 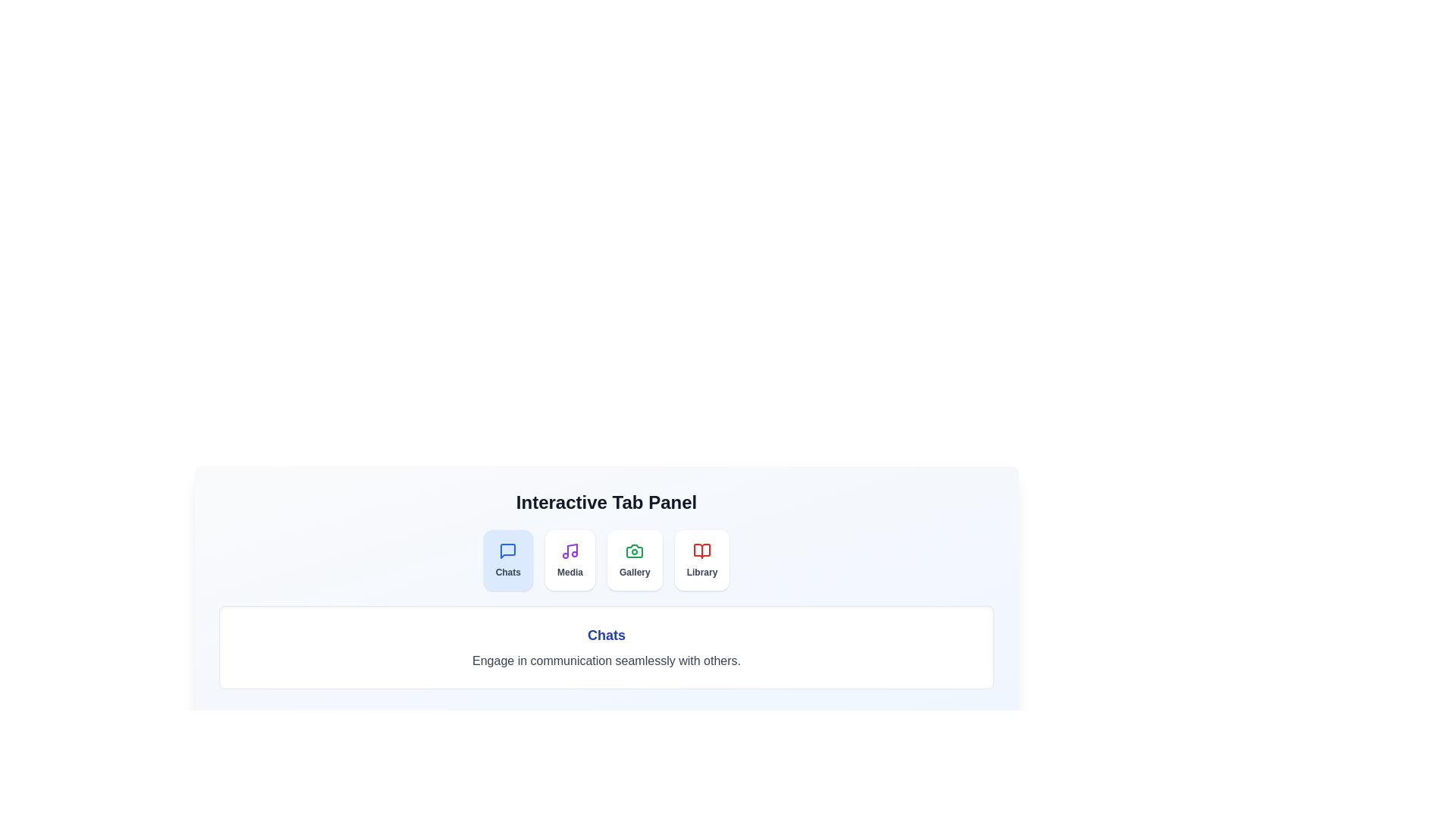 What do you see at coordinates (508, 560) in the screenshot?
I see `the tab Chats` at bounding box center [508, 560].